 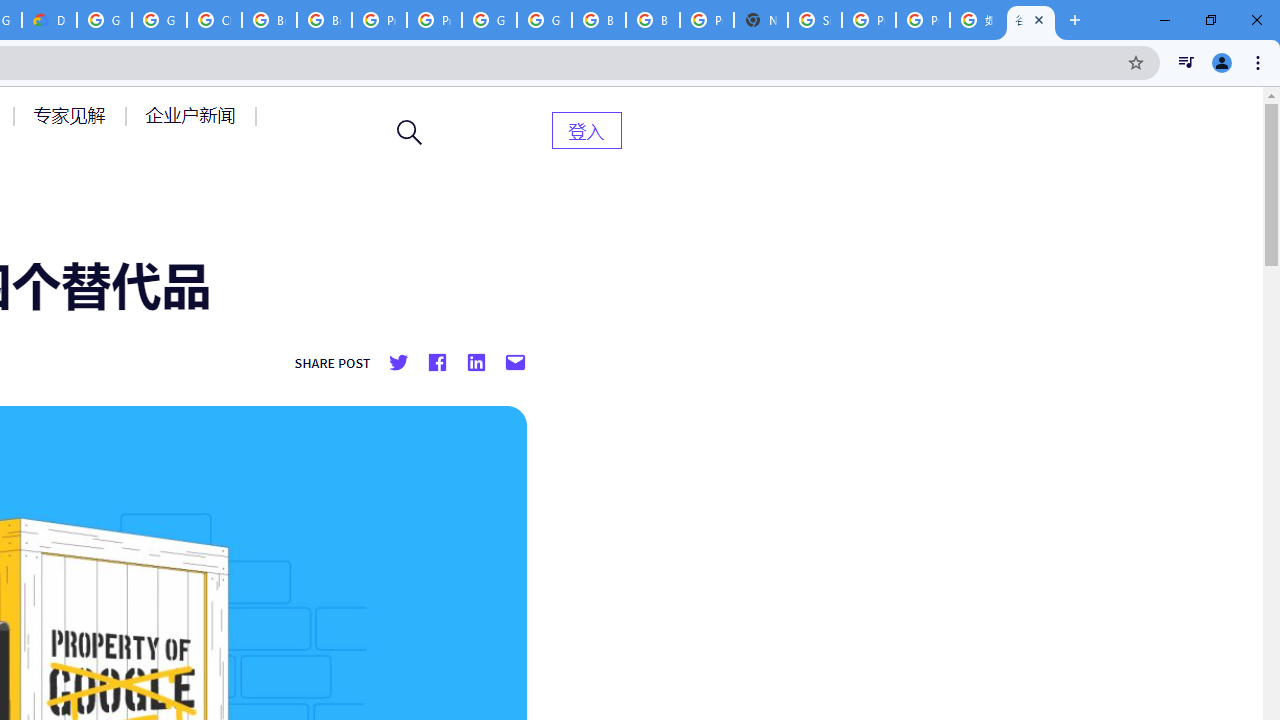 What do you see at coordinates (72, 115) in the screenshot?
I see `'AutomationID: menu-item-77764'` at bounding box center [72, 115].